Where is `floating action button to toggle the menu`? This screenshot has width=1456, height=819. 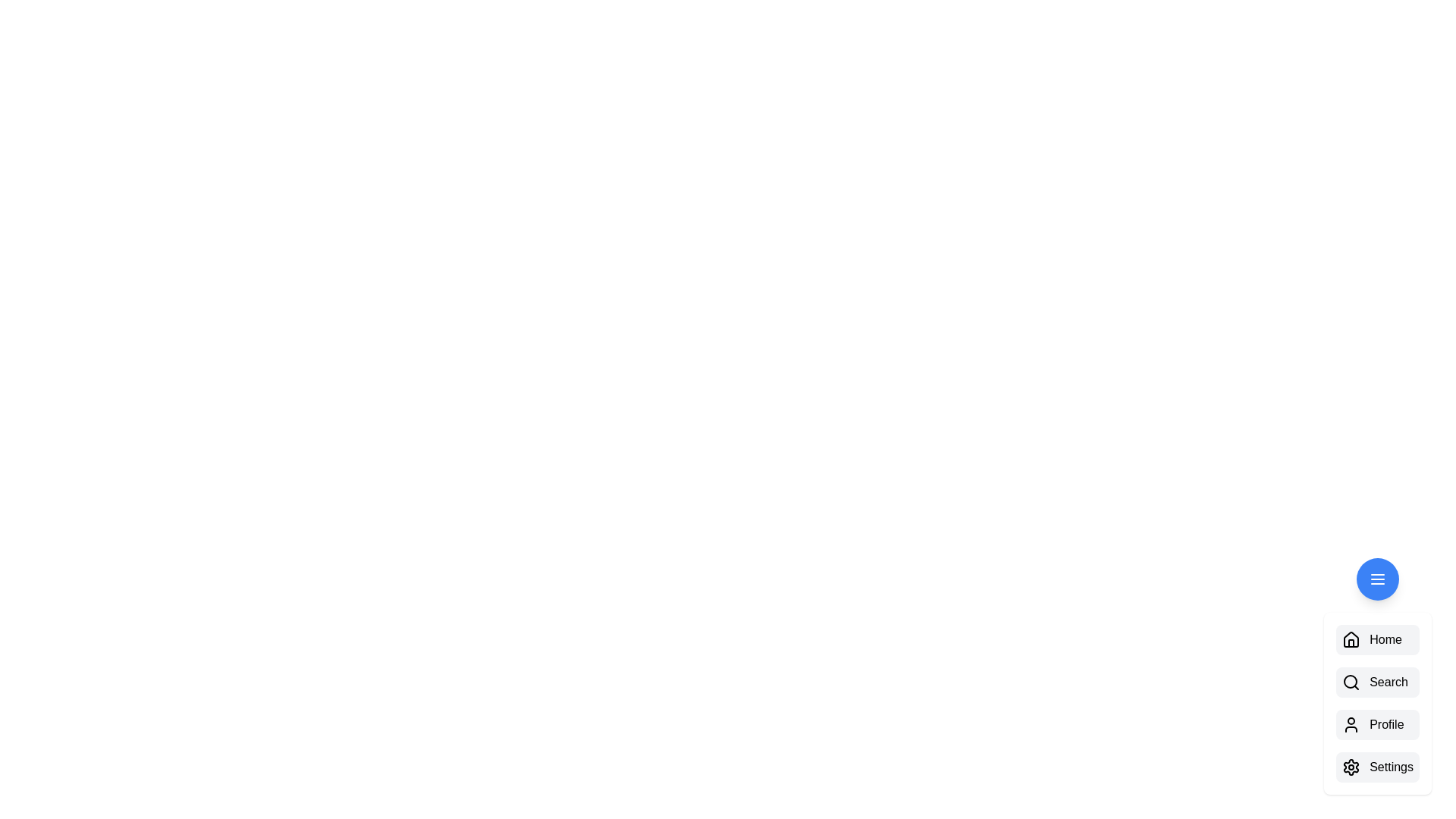
floating action button to toggle the menu is located at coordinates (1378, 579).